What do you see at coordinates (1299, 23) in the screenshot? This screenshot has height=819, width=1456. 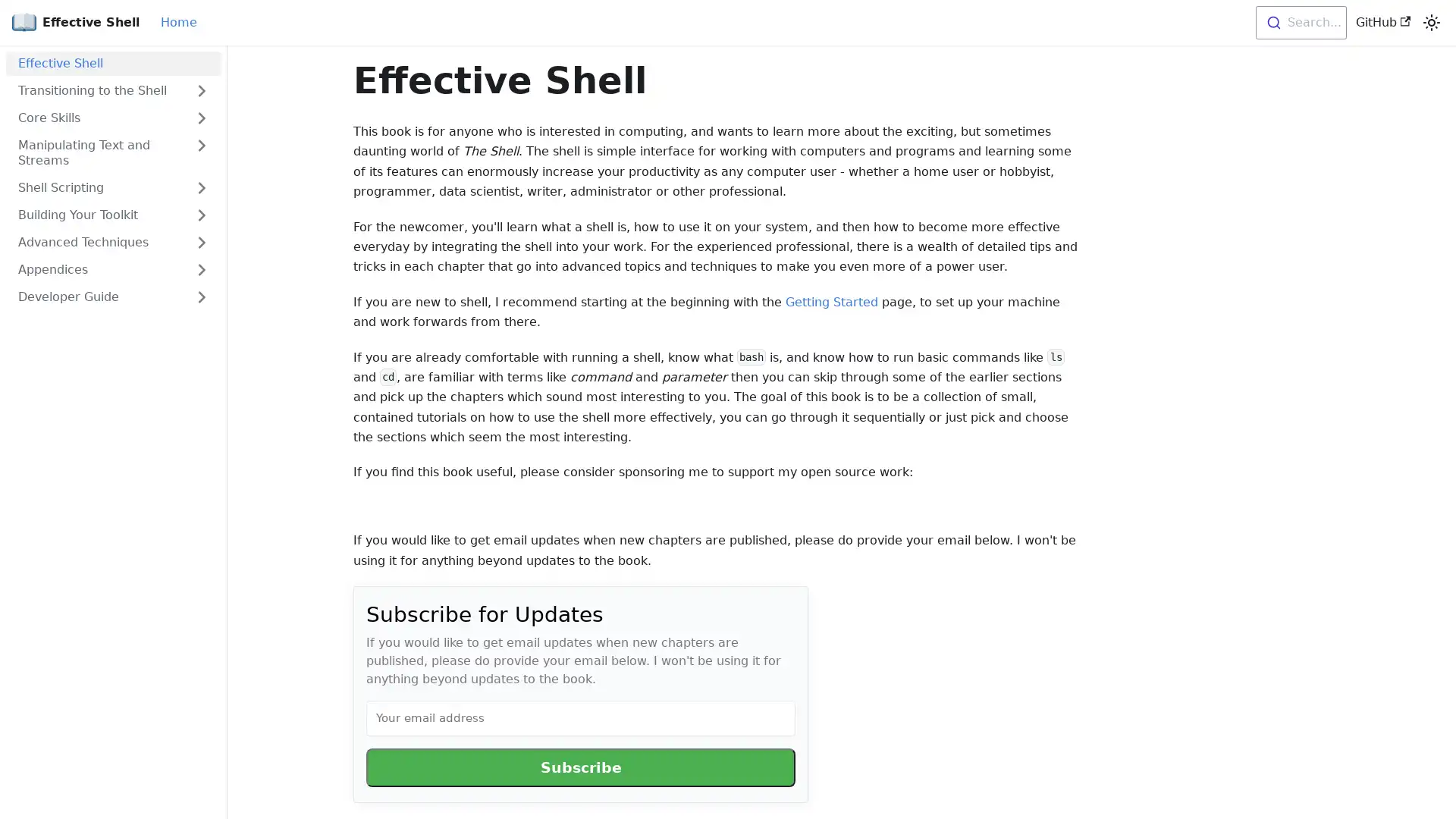 I see `Search...` at bounding box center [1299, 23].